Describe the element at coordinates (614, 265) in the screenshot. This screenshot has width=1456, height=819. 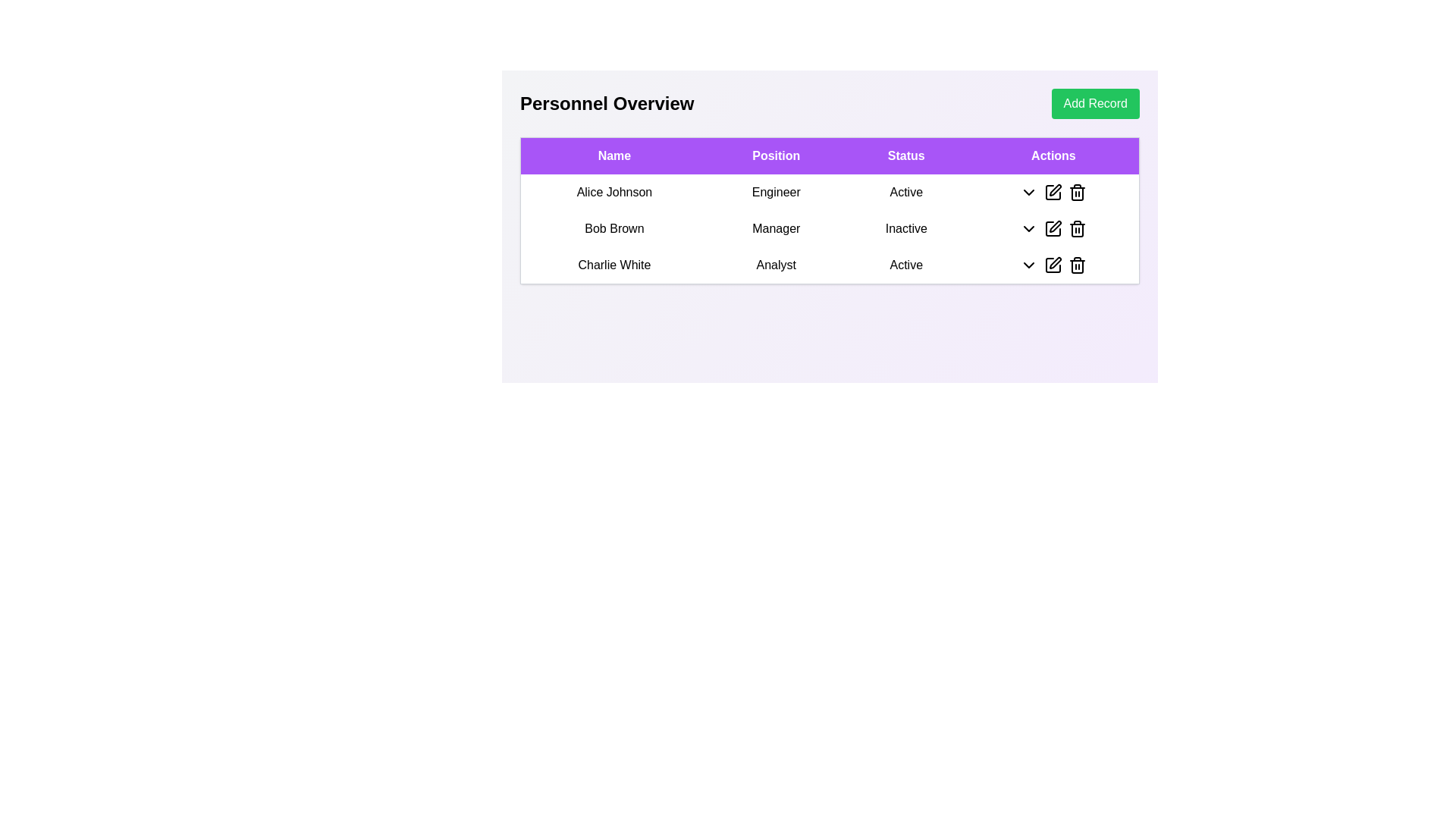
I see `the text display that shows the name 'Charlie White' in the first cell of the third row under the 'Name' header in the data table` at that location.